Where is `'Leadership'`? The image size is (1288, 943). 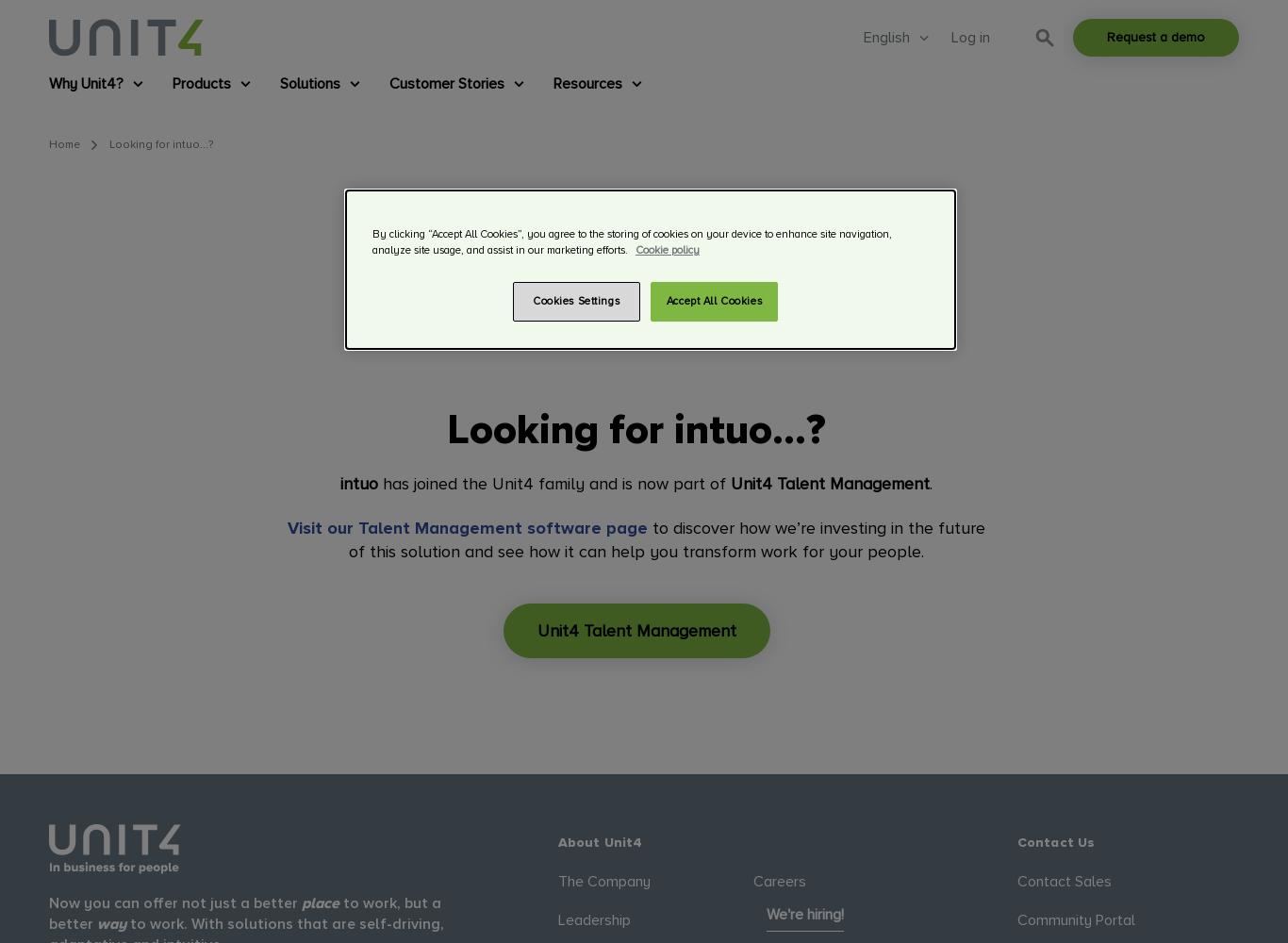 'Leadership' is located at coordinates (592, 918).